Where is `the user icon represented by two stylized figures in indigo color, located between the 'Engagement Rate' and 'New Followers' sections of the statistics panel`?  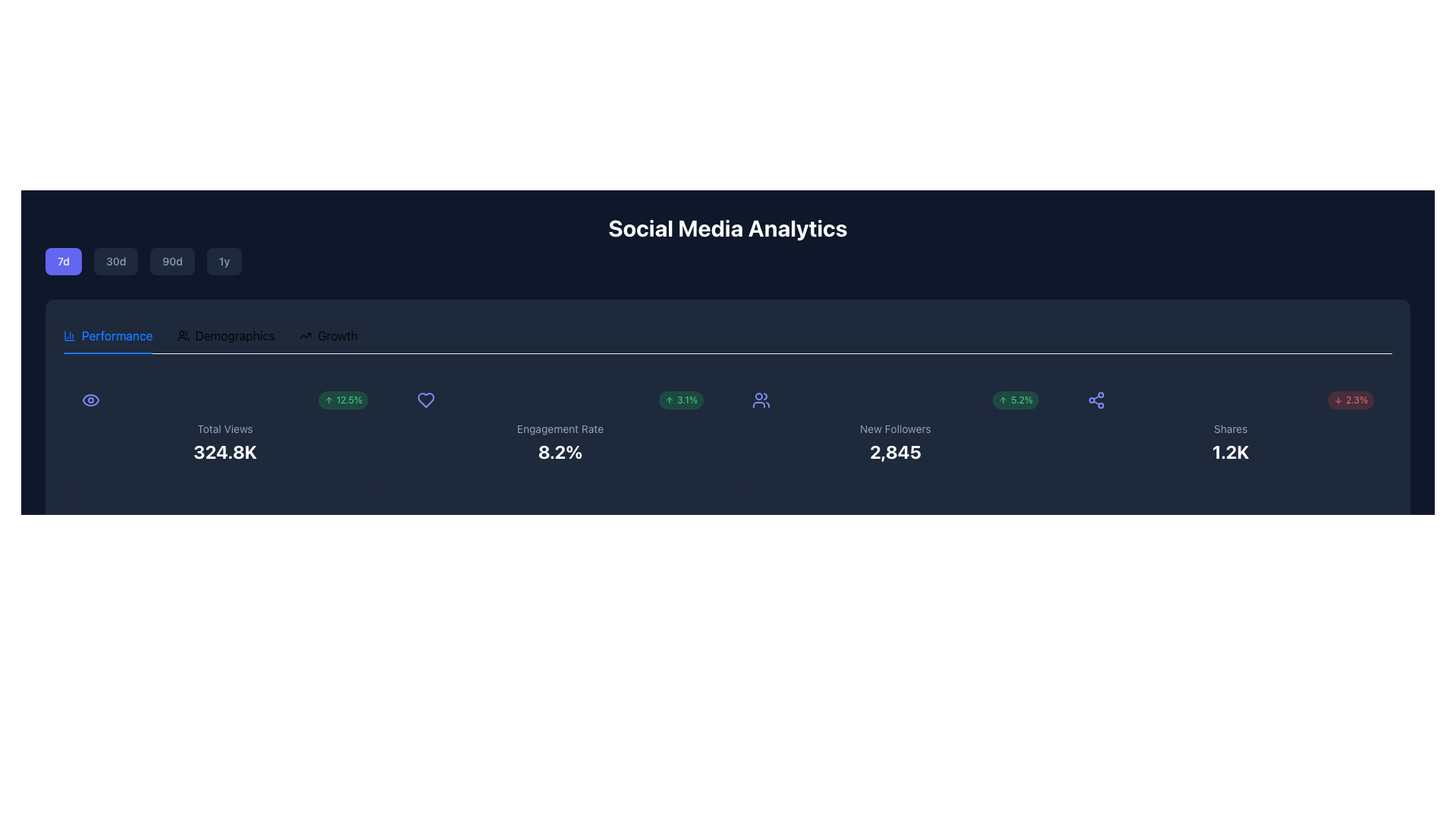 the user icon represented by two stylized figures in indigo color, located between the 'Engagement Rate' and 'New Followers' sections of the statistics panel is located at coordinates (761, 400).